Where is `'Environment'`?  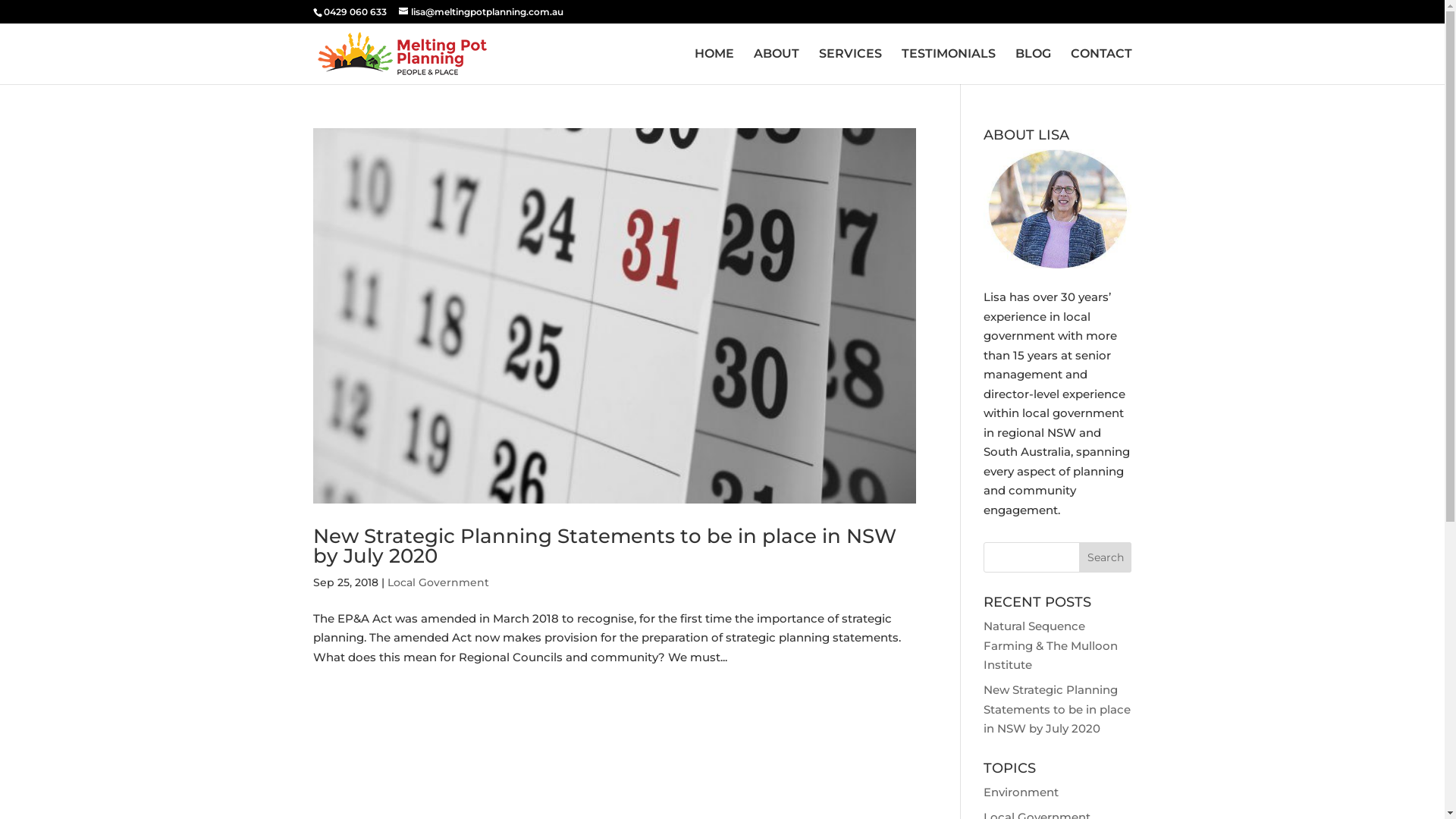
'Environment' is located at coordinates (1021, 791).